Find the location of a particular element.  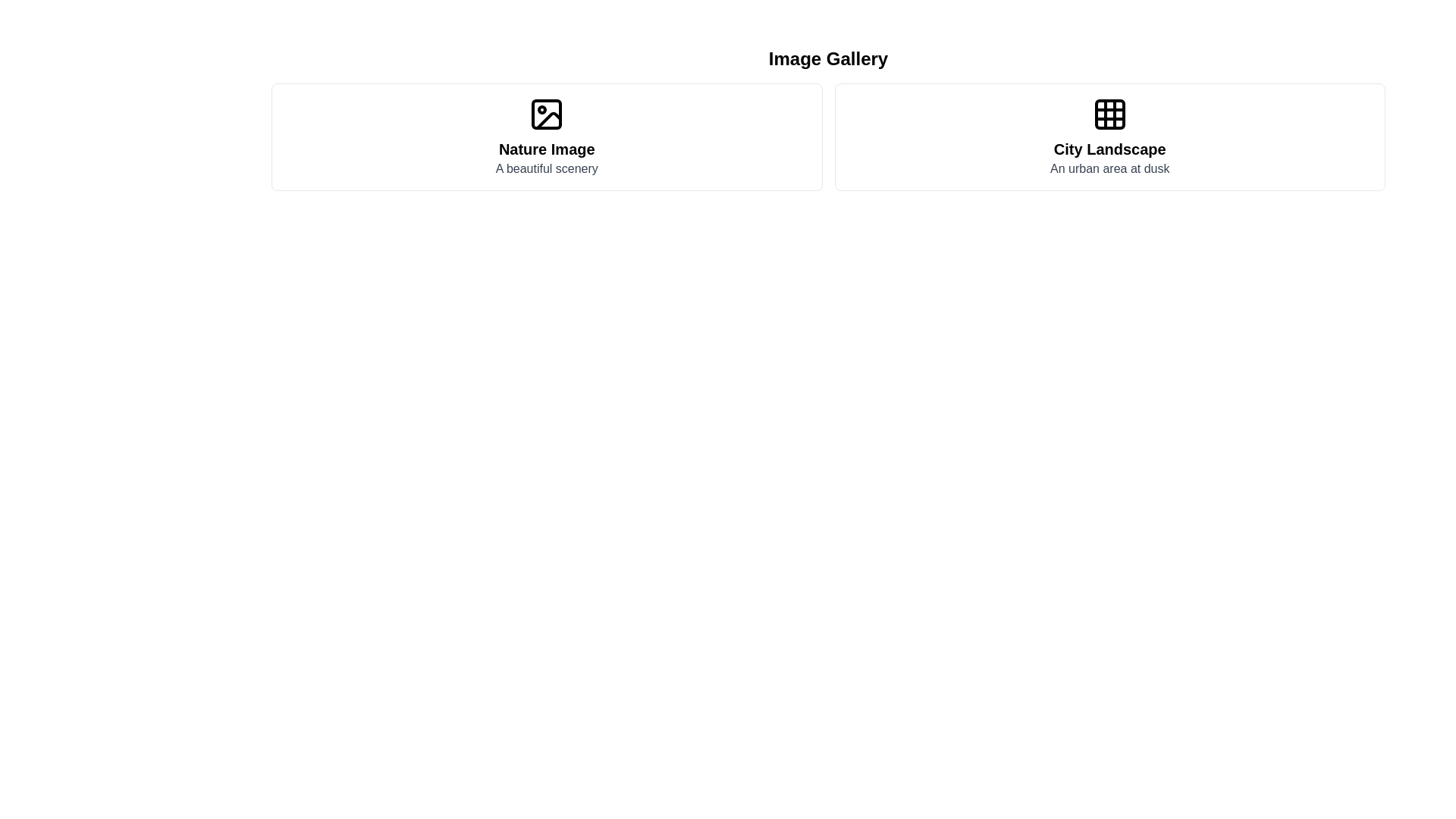

the image icon placeholder that is centered in the upper portion of the bordered card layout, which depicts an image representation with a monochrome, outlined design is located at coordinates (546, 113).